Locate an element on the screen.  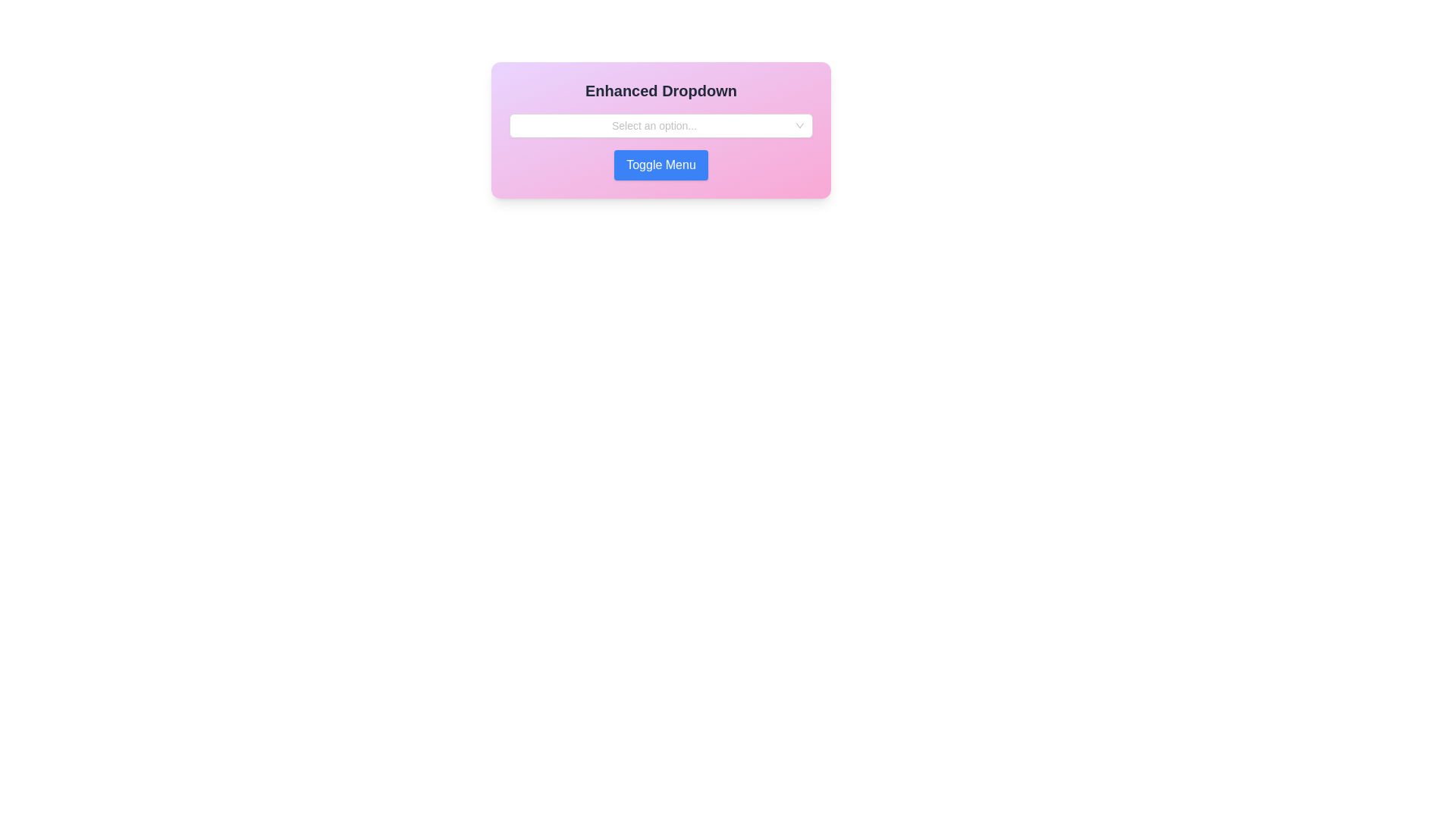
the rectangular button with a blue background and white text labeled 'Toggle Menu' to observe the style change is located at coordinates (661, 165).